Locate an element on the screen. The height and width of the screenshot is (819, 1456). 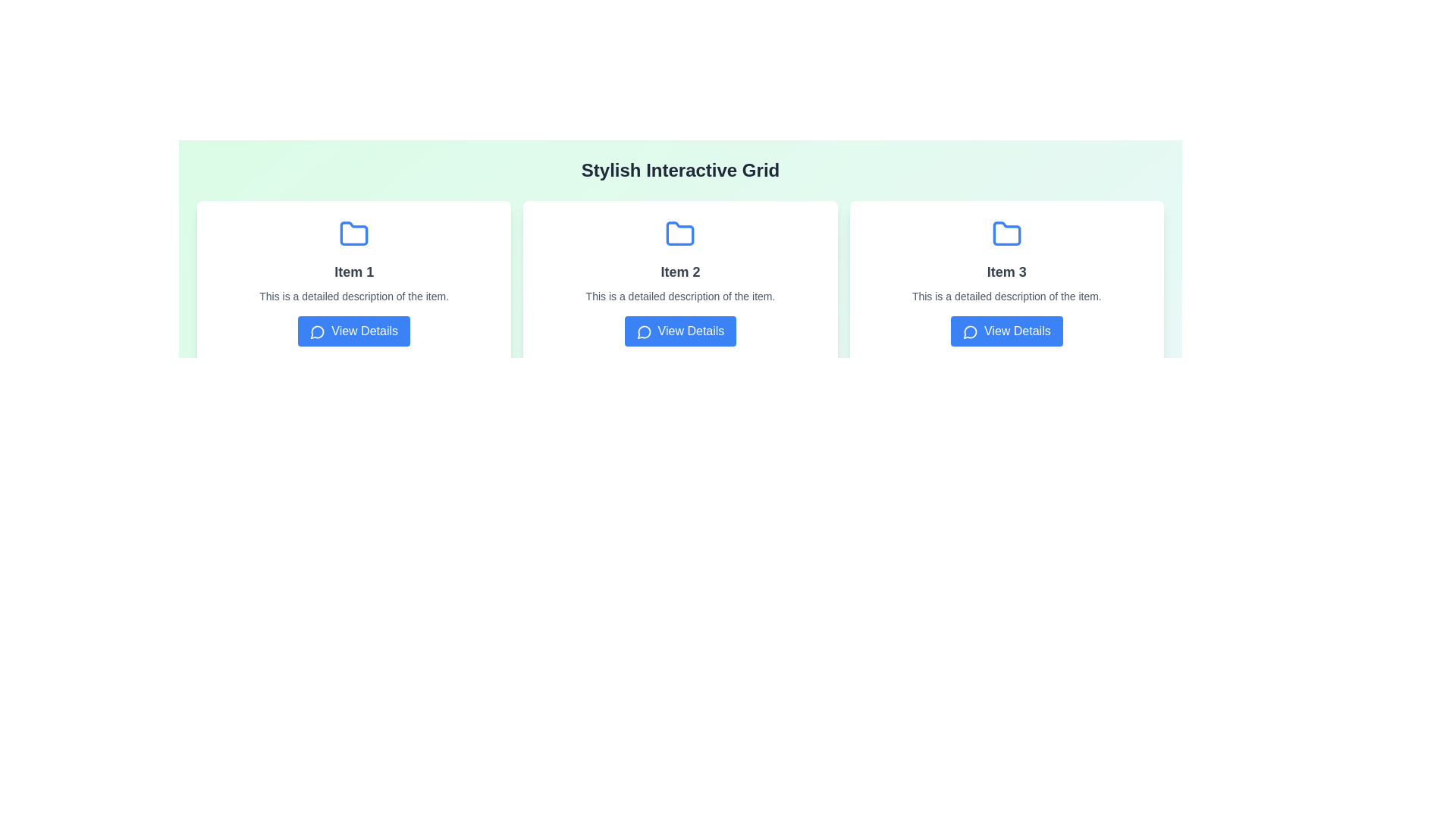
the decorative icon representing 'Item 1', located at the top of the card above the text description and 'View Details' button is located at coordinates (353, 234).